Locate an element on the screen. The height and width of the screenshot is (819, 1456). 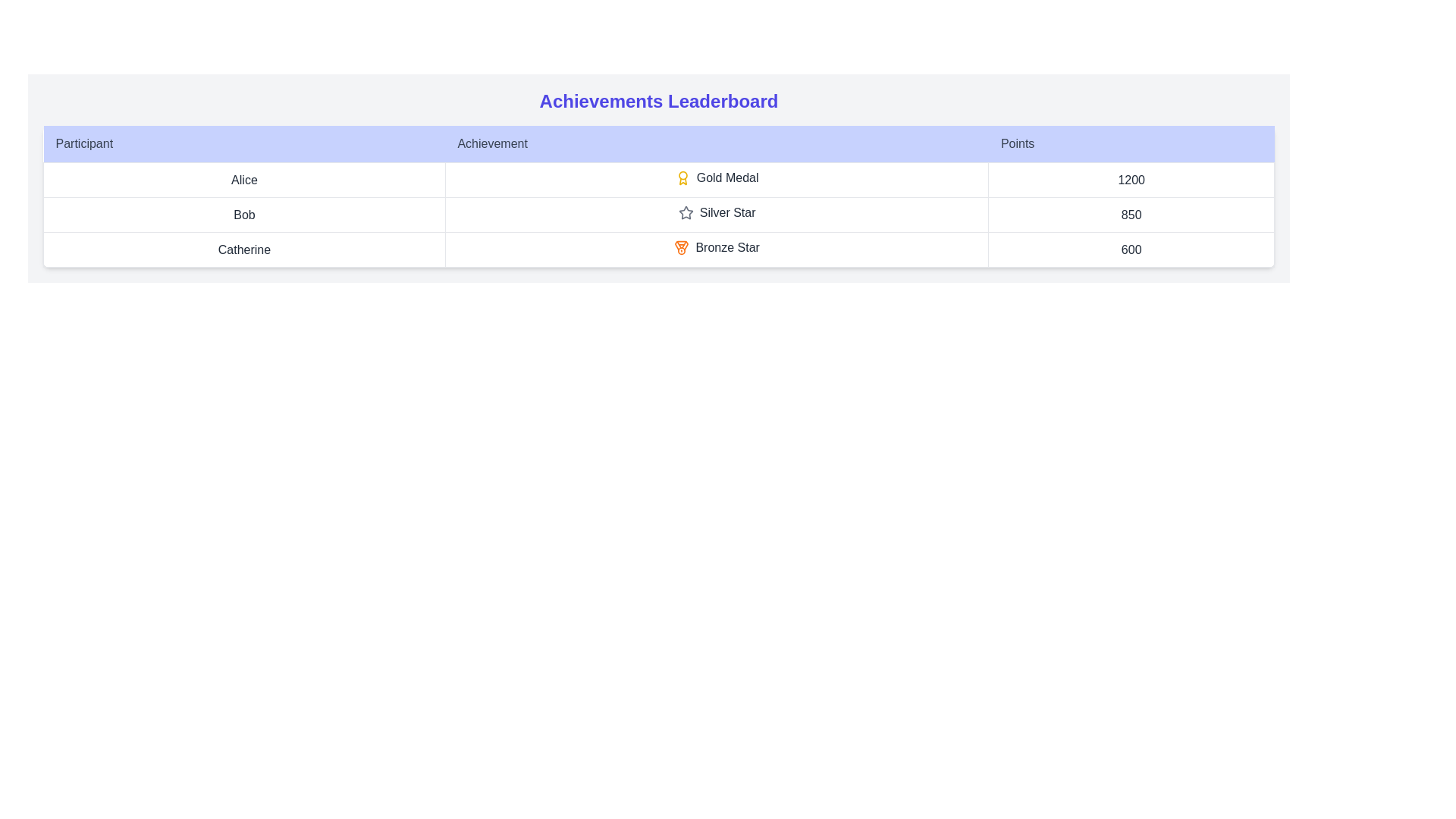
SVG-based star icon located in the 'Achievement' column of the leaderboard table, corresponding to the second row labeled 'Bob' is located at coordinates (685, 212).